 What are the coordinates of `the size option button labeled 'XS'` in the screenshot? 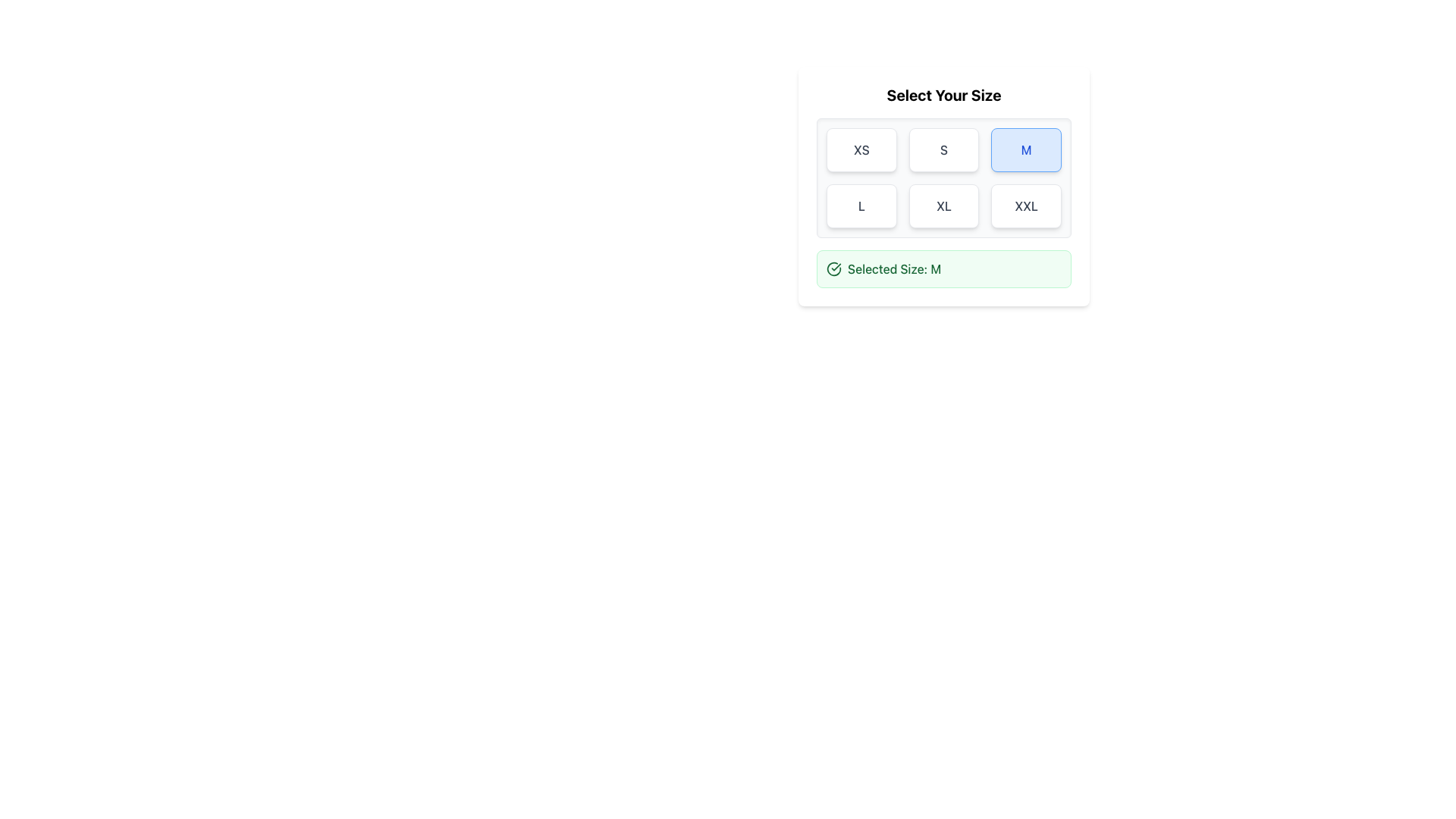 It's located at (861, 149).